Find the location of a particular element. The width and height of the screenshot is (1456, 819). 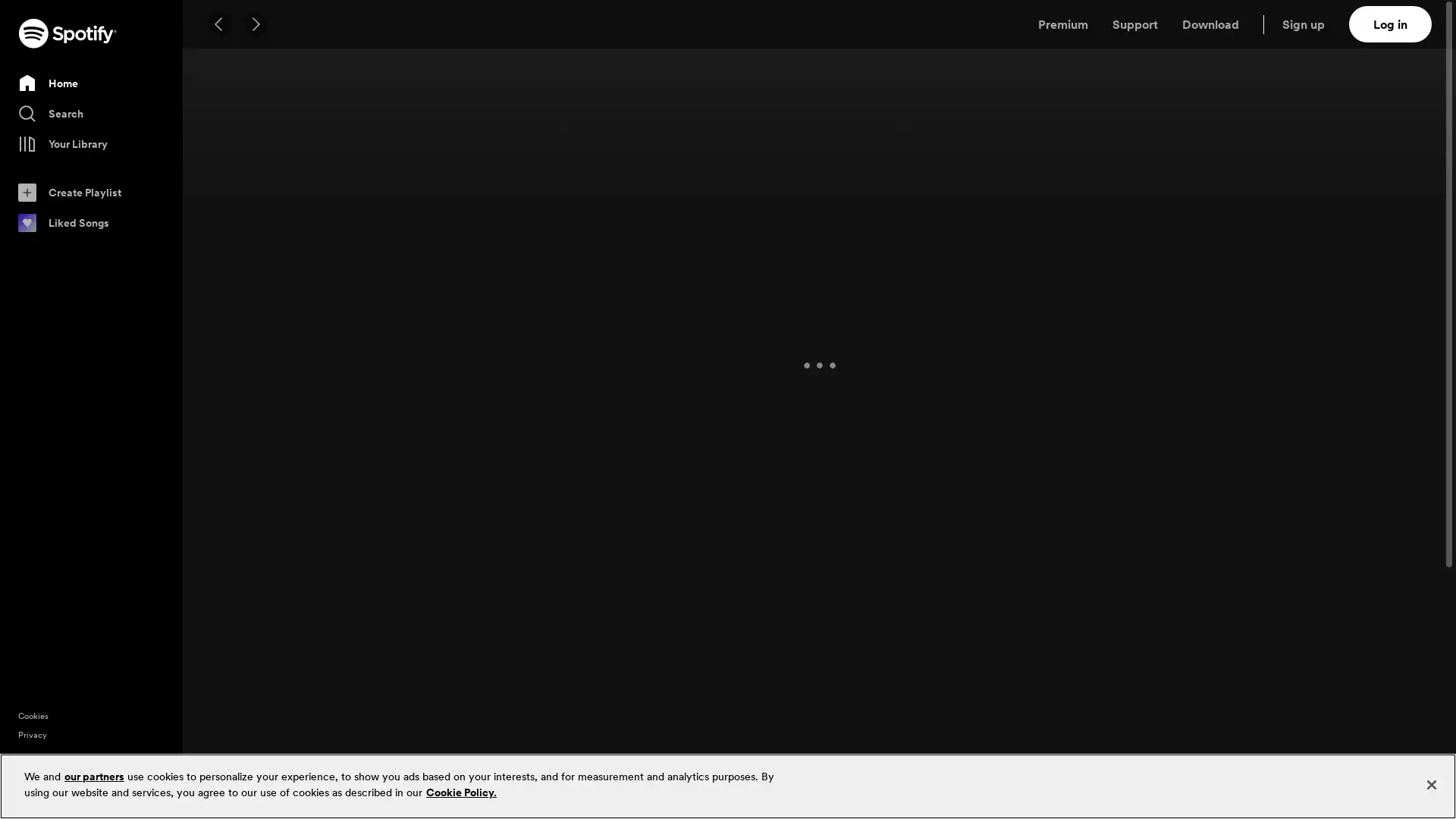

Play Fresh Finds Pop is located at coordinates (1240, 210).